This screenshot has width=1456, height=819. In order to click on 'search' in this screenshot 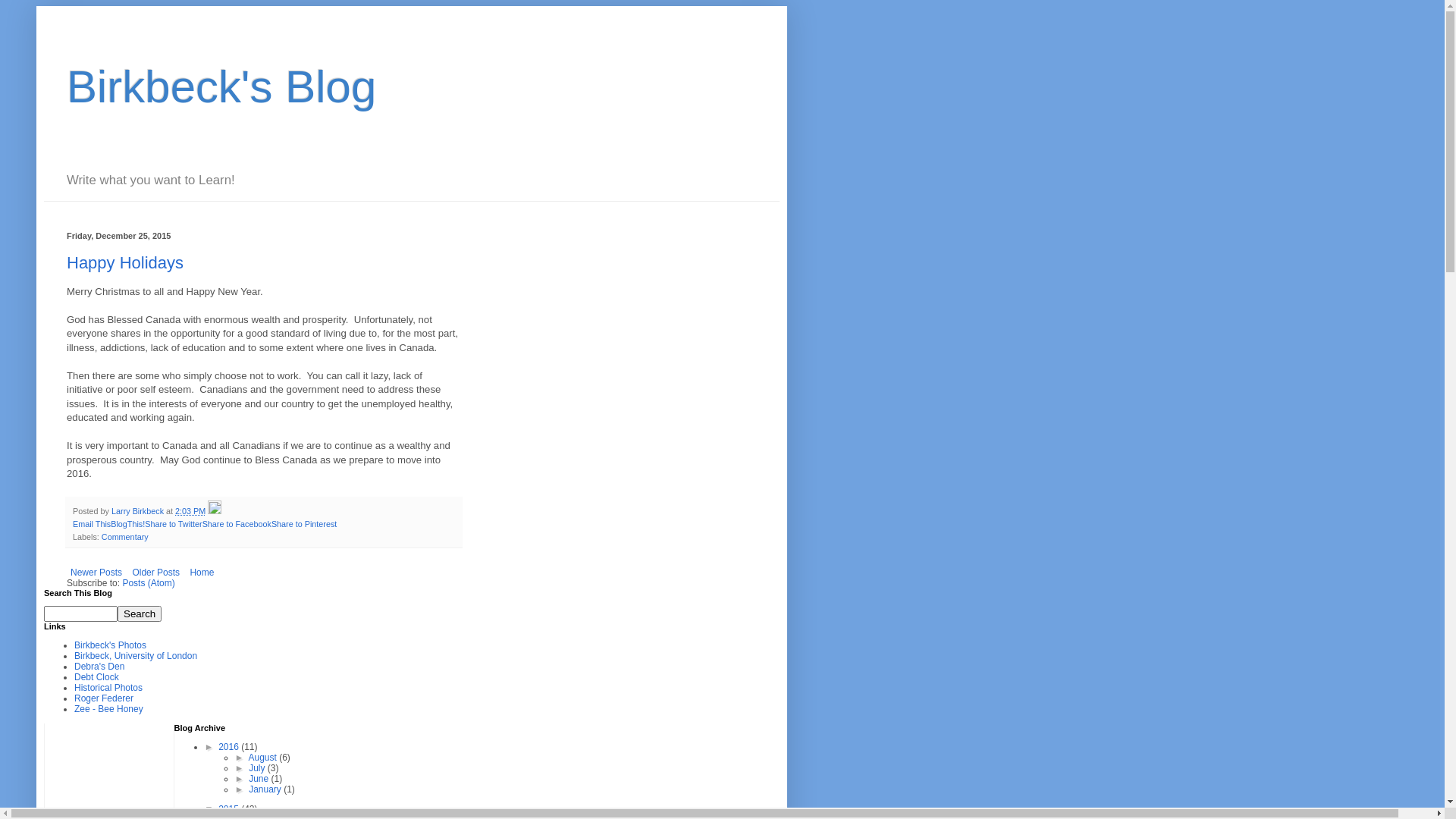, I will do `click(116, 613)`.